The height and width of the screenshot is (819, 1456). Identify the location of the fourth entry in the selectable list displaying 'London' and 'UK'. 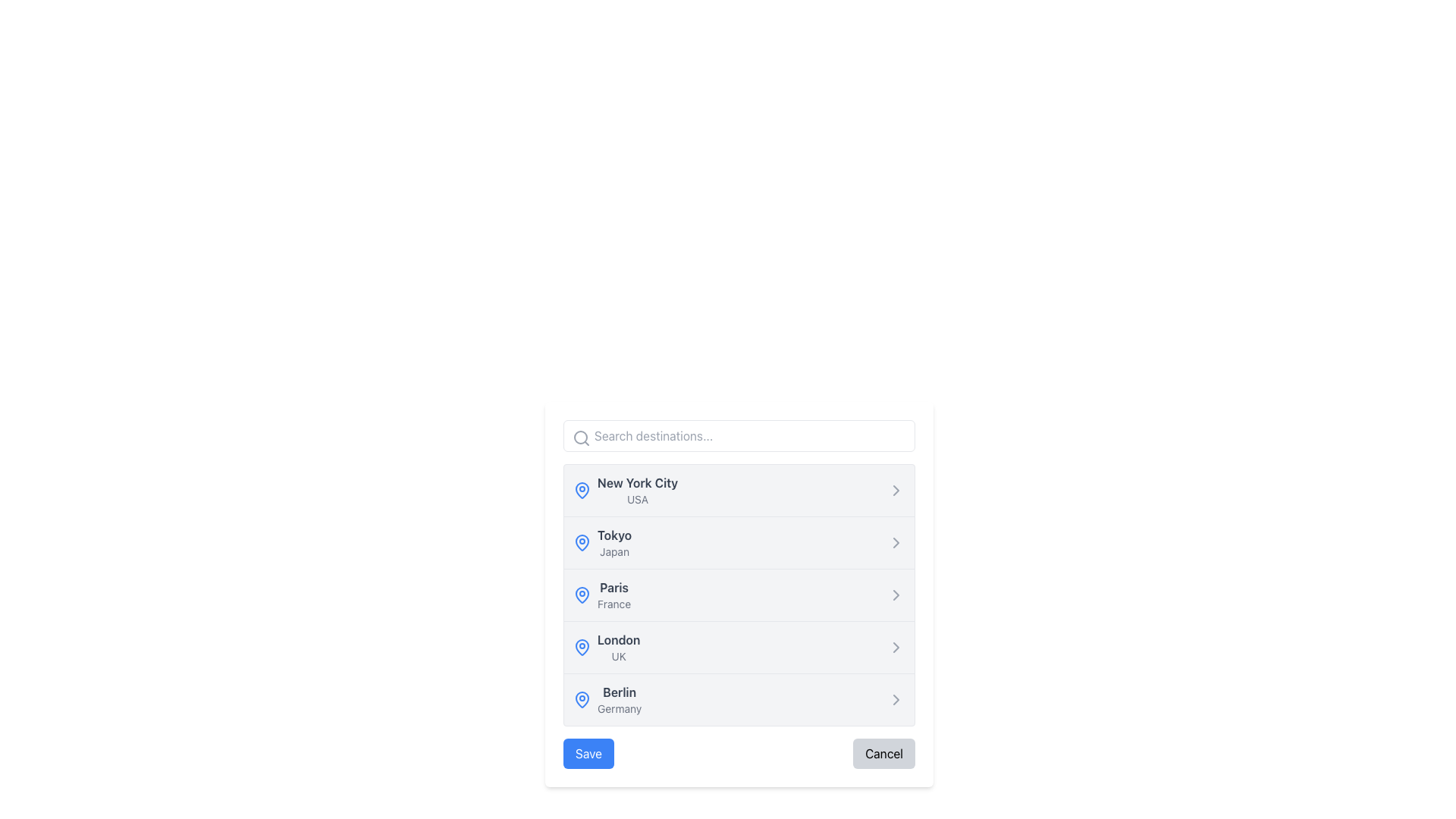
(619, 647).